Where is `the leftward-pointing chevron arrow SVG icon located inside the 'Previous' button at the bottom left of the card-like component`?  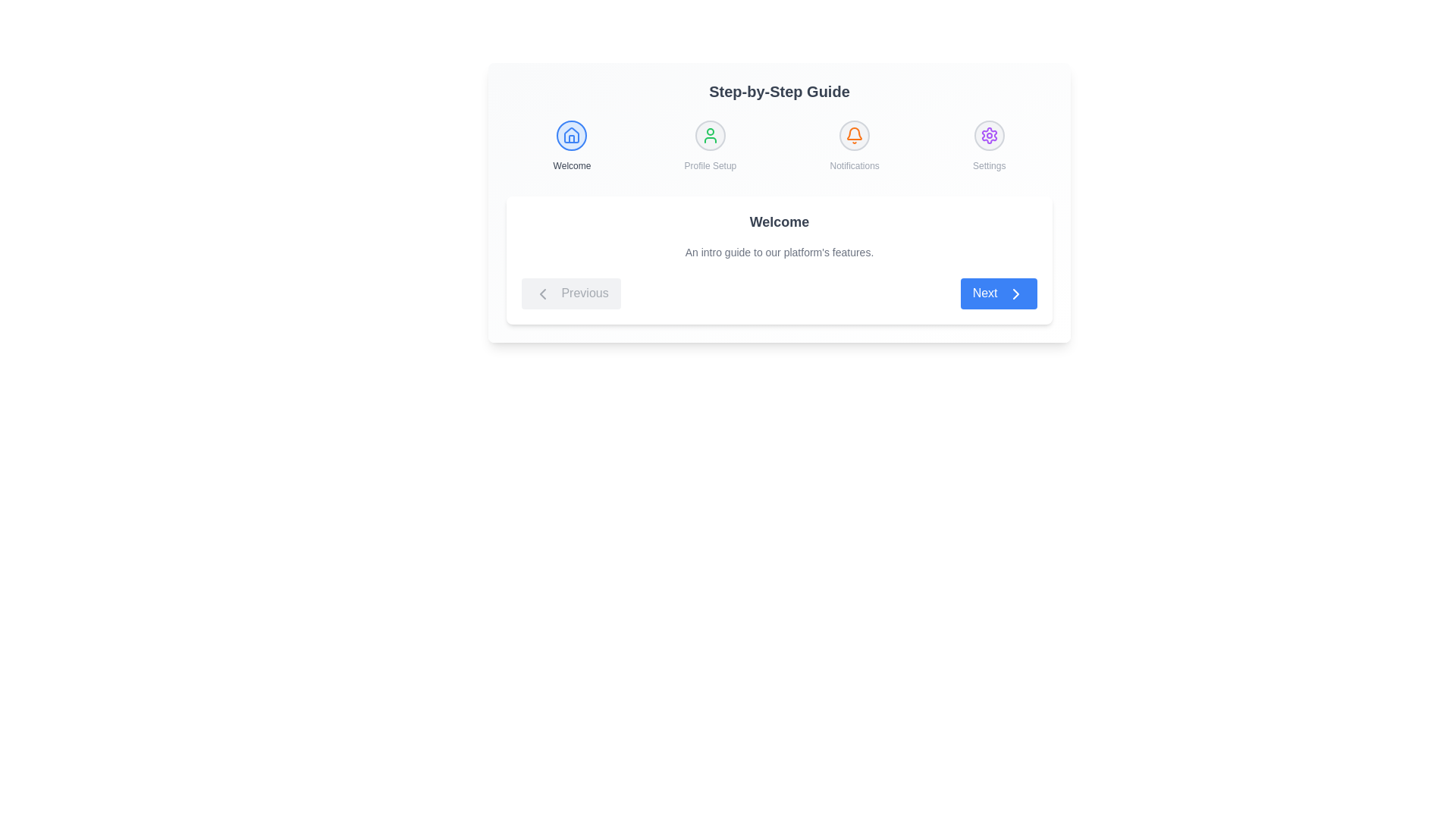
the leftward-pointing chevron arrow SVG icon located inside the 'Previous' button at the bottom left of the card-like component is located at coordinates (542, 293).